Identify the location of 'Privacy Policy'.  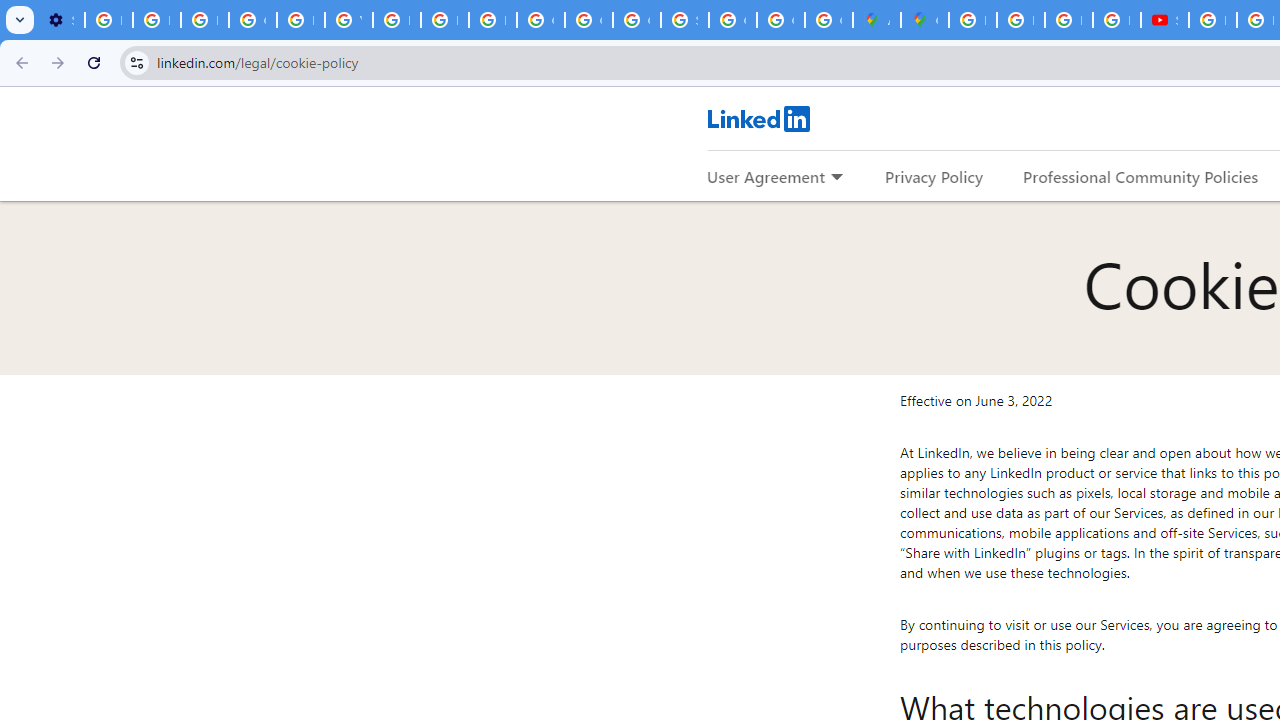
(933, 175).